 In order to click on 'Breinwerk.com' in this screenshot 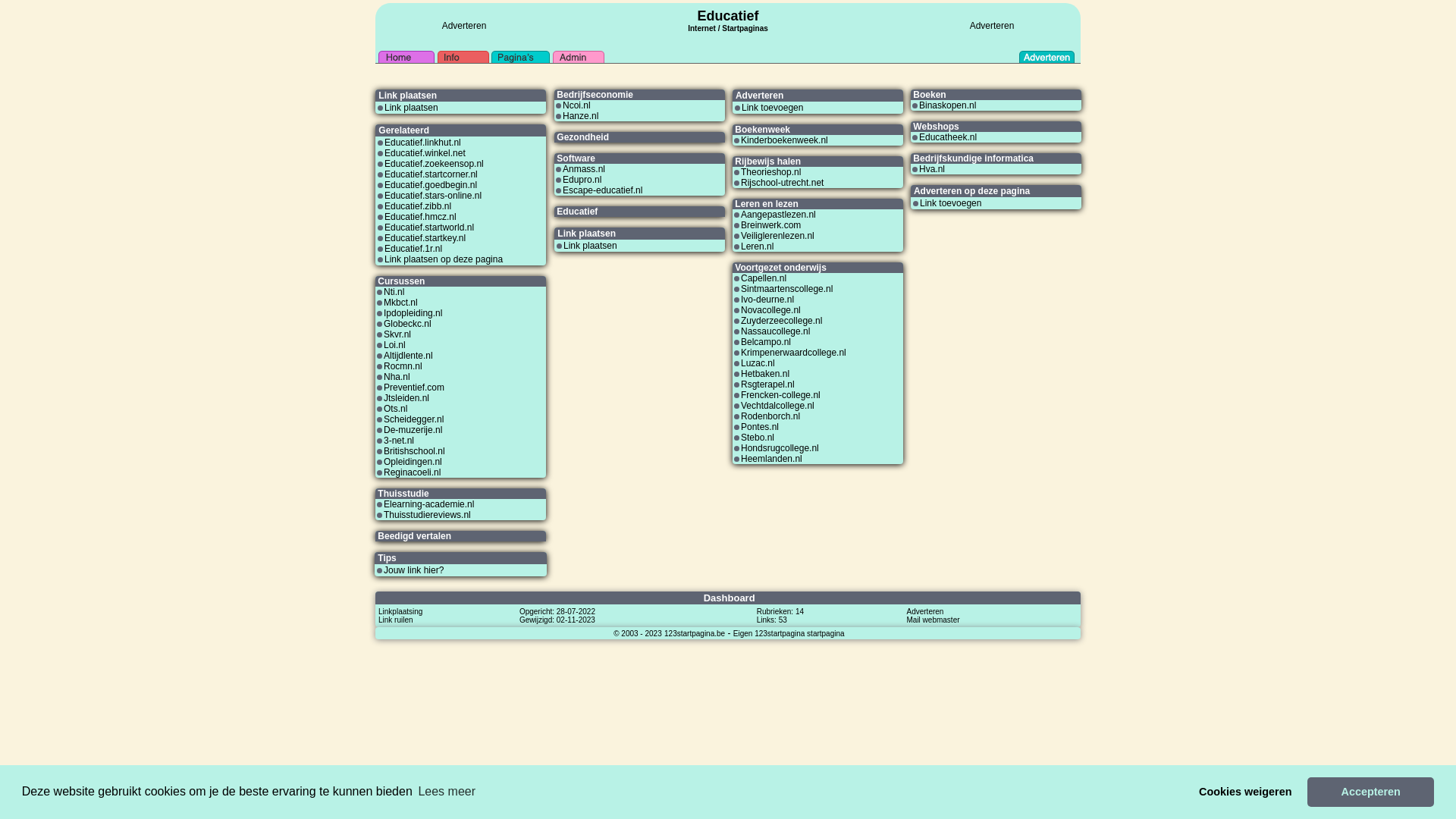, I will do `click(770, 225)`.